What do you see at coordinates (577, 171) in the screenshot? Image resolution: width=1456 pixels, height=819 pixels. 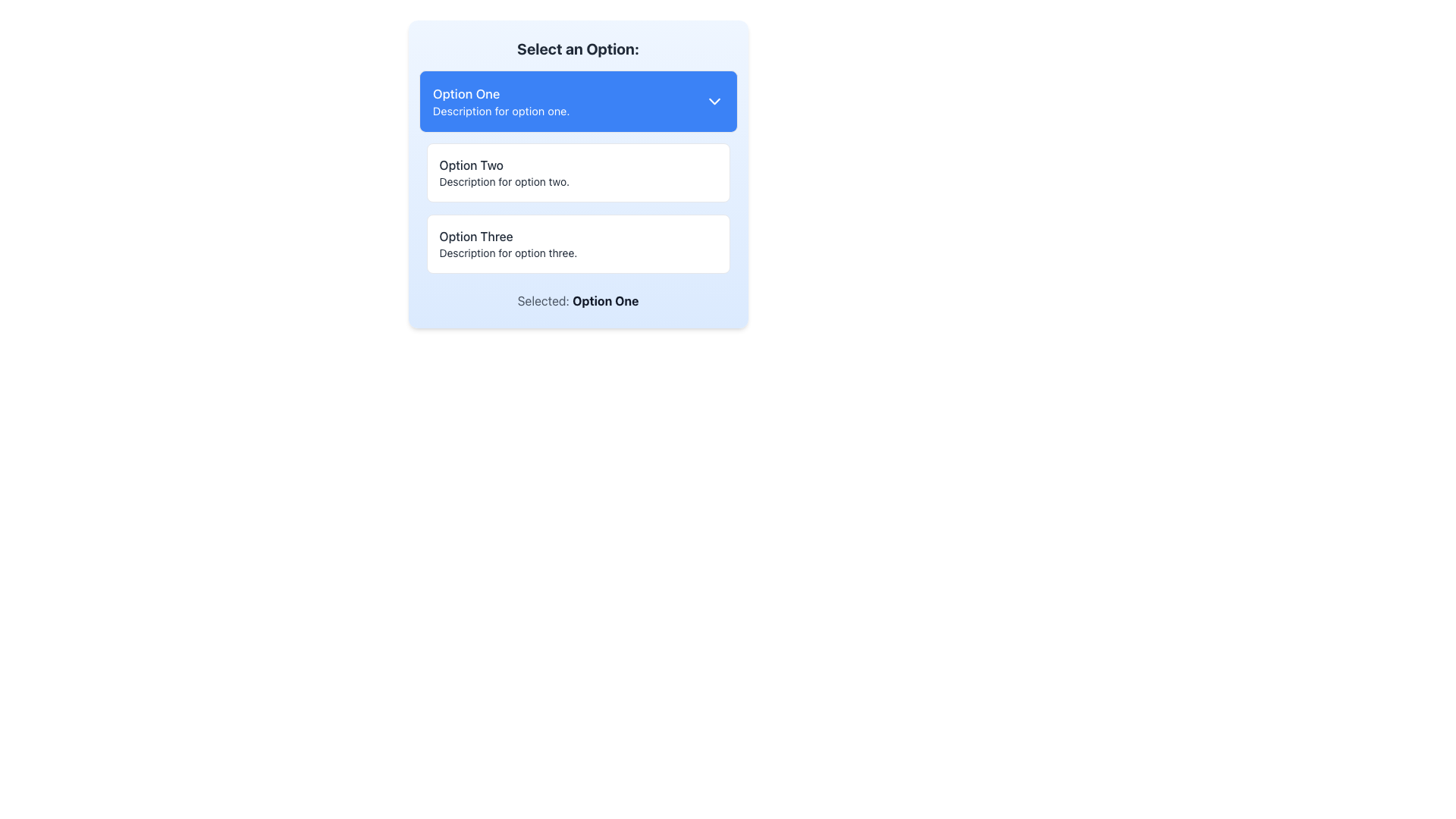 I see `the 'Option Two' button, which is a rectangular button with a white background, light gray border, and rounded corners` at bounding box center [577, 171].